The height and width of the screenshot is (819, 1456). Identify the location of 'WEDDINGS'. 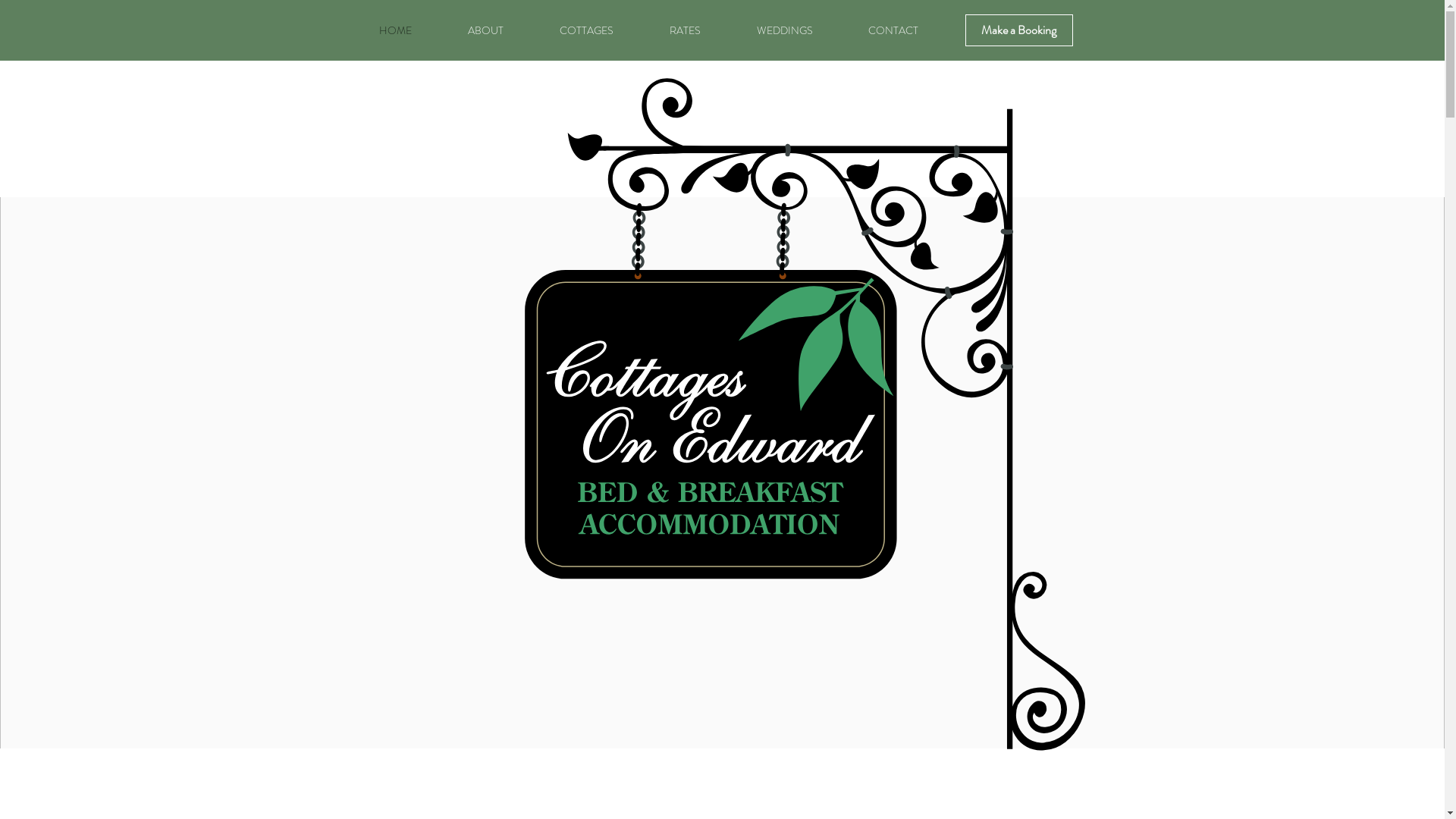
(783, 30).